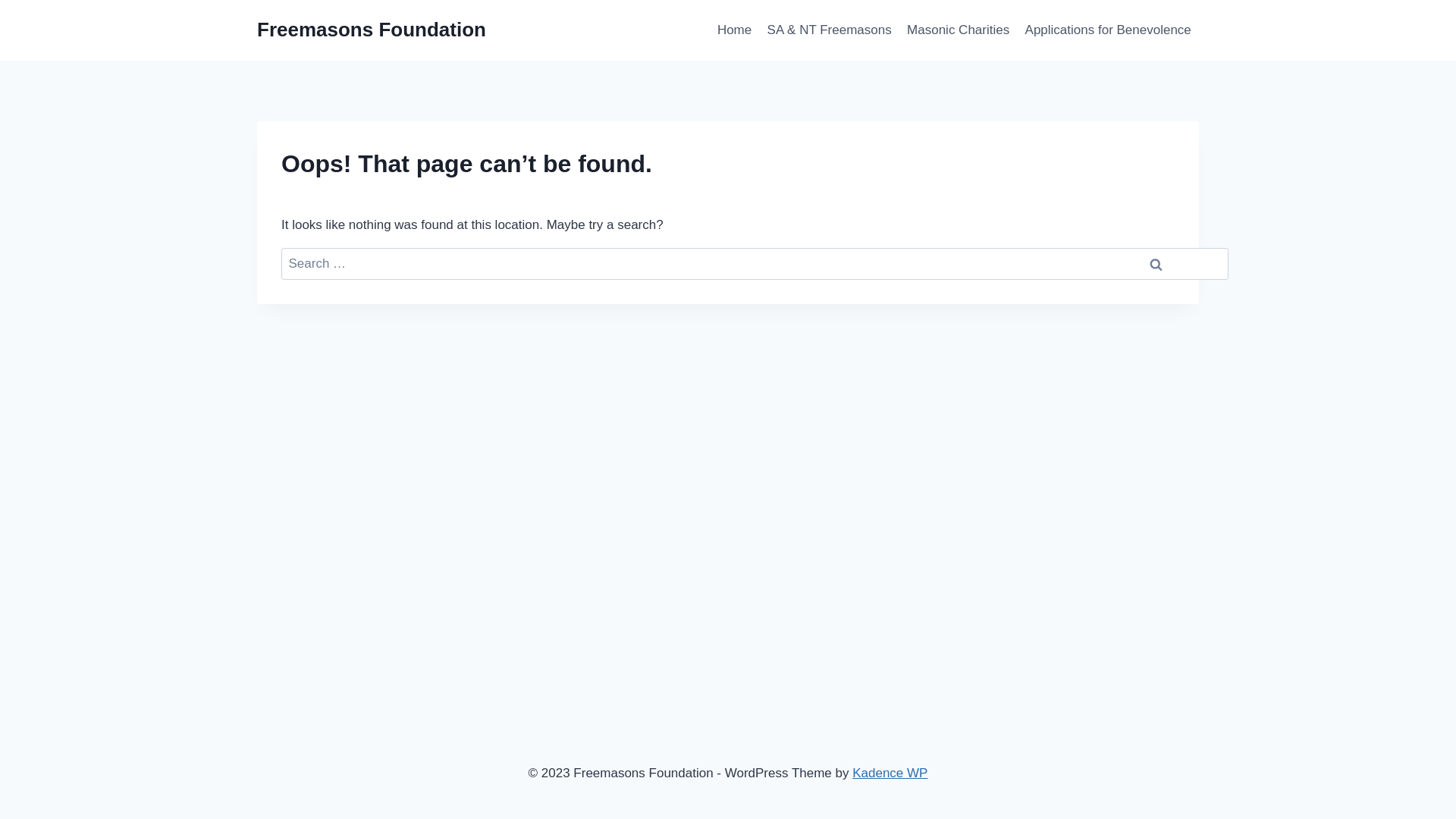 The width and height of the screenshot is (1456, 819). I want to click on 'Kadence WP', so click(890, 773).